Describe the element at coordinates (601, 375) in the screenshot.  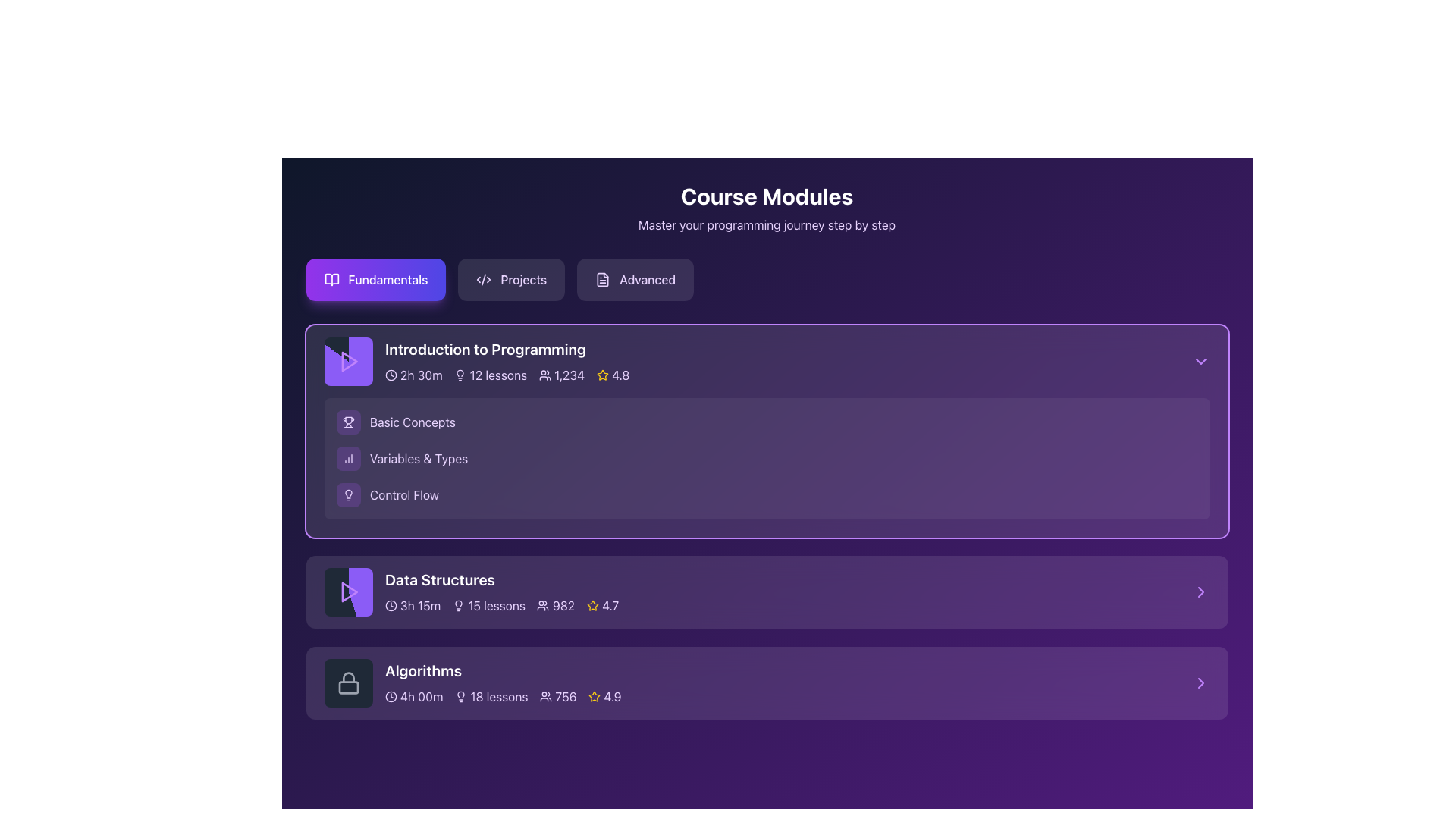
I see `the yellow star-shaped icon located adjacent to the rating score '4.8' in the top course module section` at that location.